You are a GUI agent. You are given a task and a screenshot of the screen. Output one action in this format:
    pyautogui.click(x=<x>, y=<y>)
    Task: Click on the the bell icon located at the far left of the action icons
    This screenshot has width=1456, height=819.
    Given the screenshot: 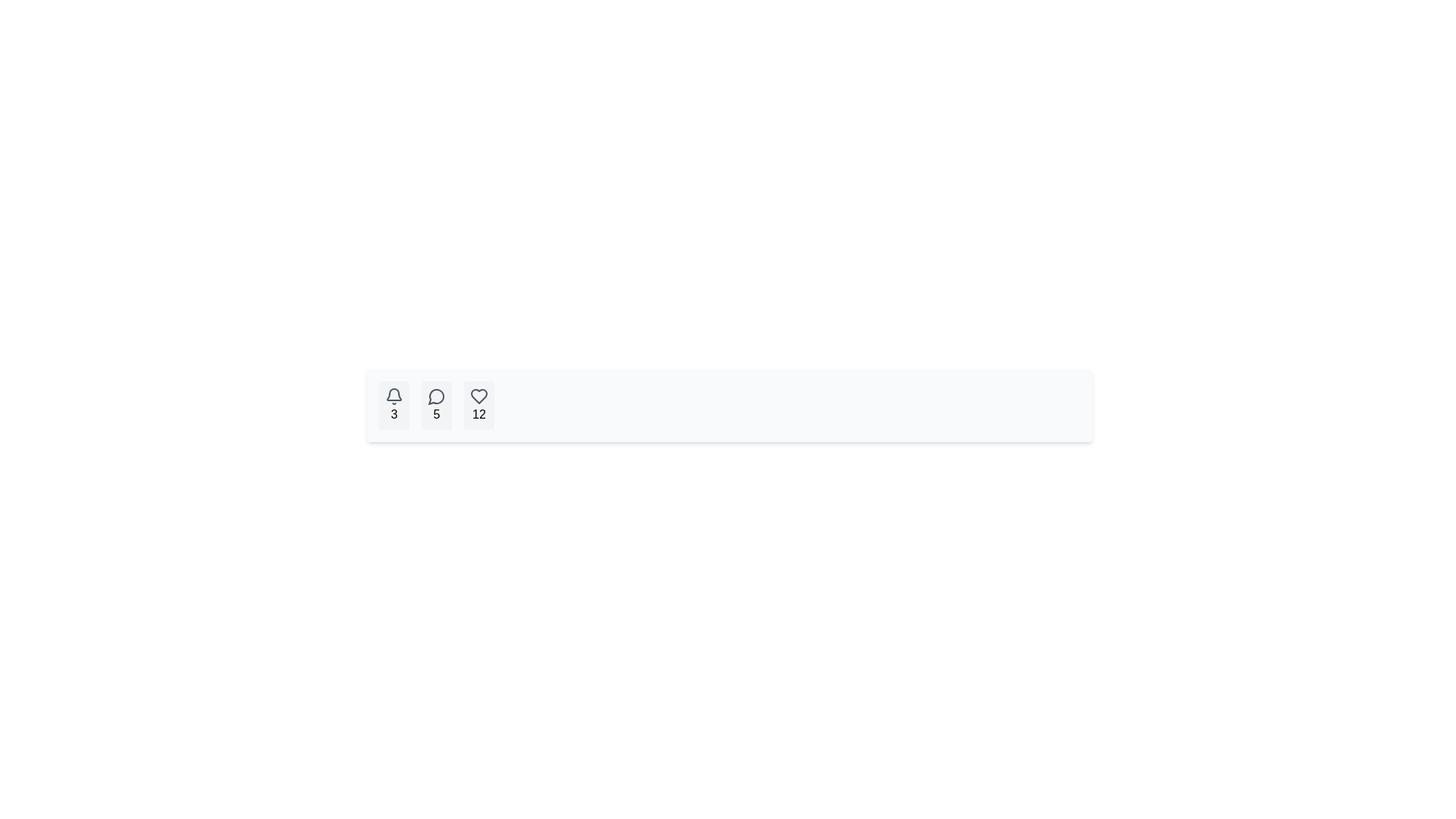 What is the action you would take?
    pyautogui.click(x=394, y=394)
    